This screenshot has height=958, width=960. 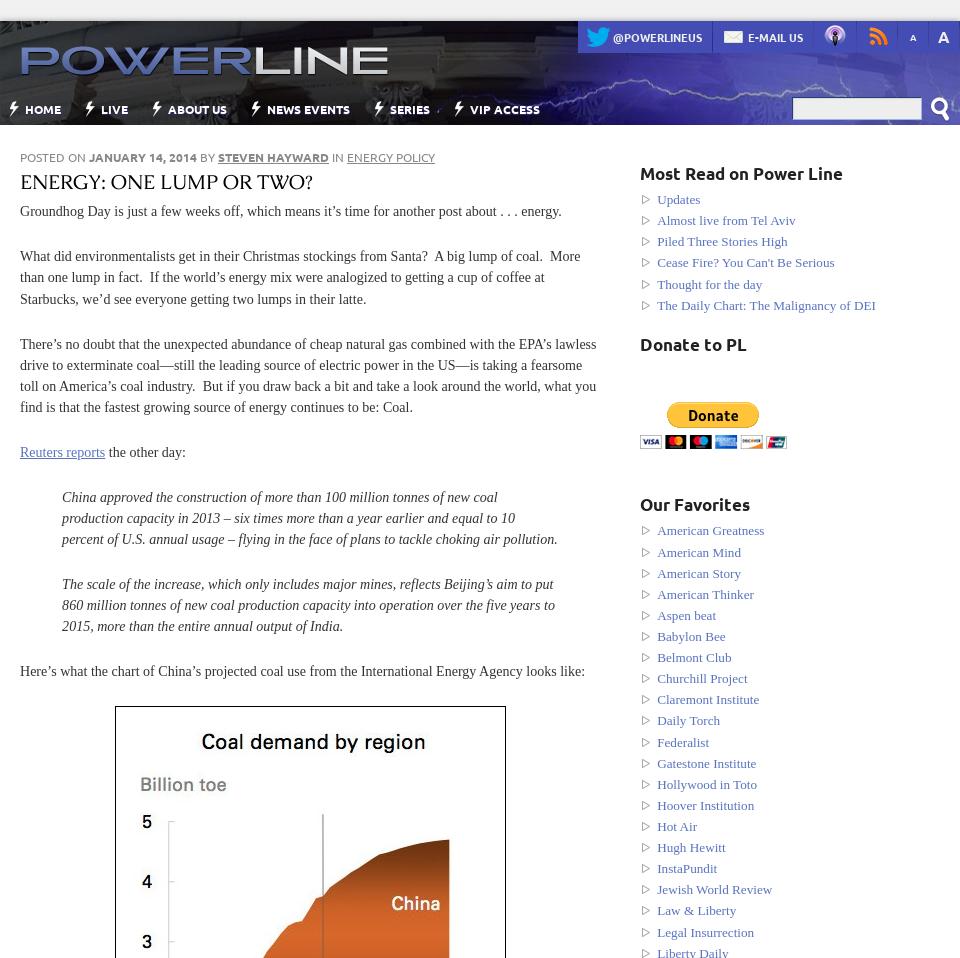 I want to click on 'Churchill Project', so click(x=701, y=677).